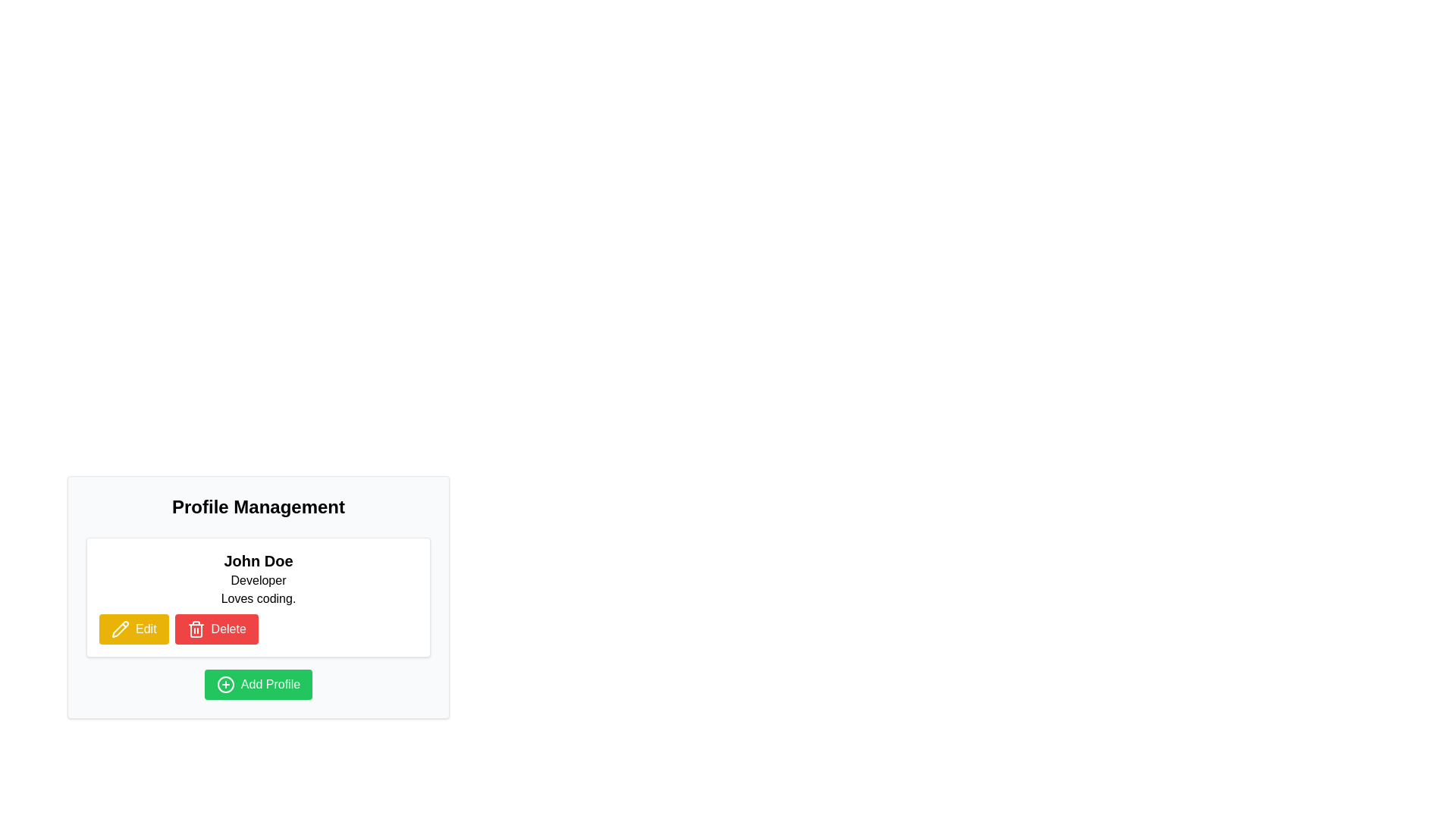  Describe the element at coordinates (258, 580) in the screenshot. I see `the static text label that describes the role or occupation associated with the profile, which is positioned below 'John Doe' and above 'Loves coding.'` at that location.